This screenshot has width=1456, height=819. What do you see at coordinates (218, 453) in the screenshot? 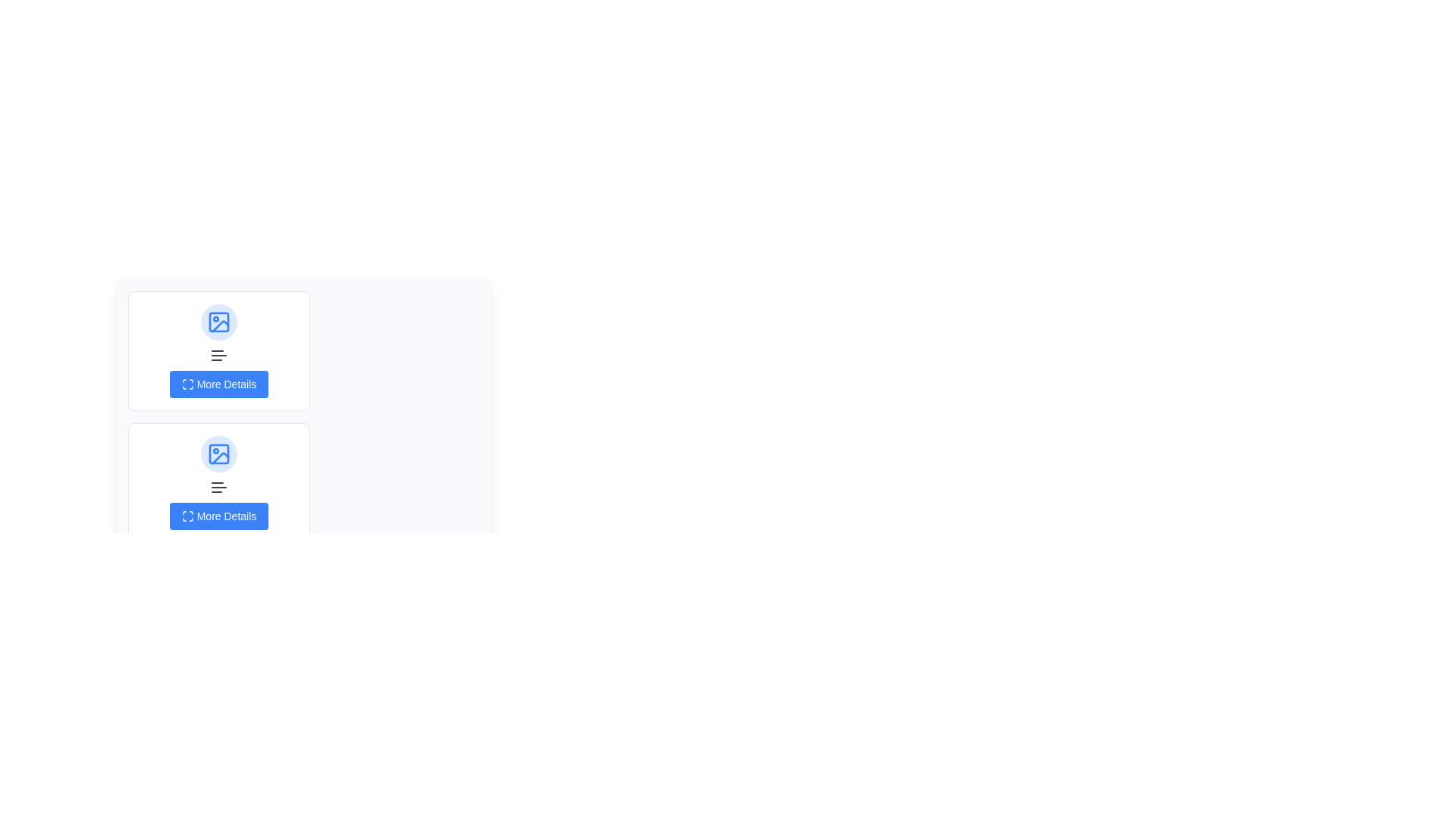
I see `the blue picture frame icon with a circular dot in the upper left corner, located in the bottom tile of a vertically stacked list of cards` at bounding box center [218, 453].